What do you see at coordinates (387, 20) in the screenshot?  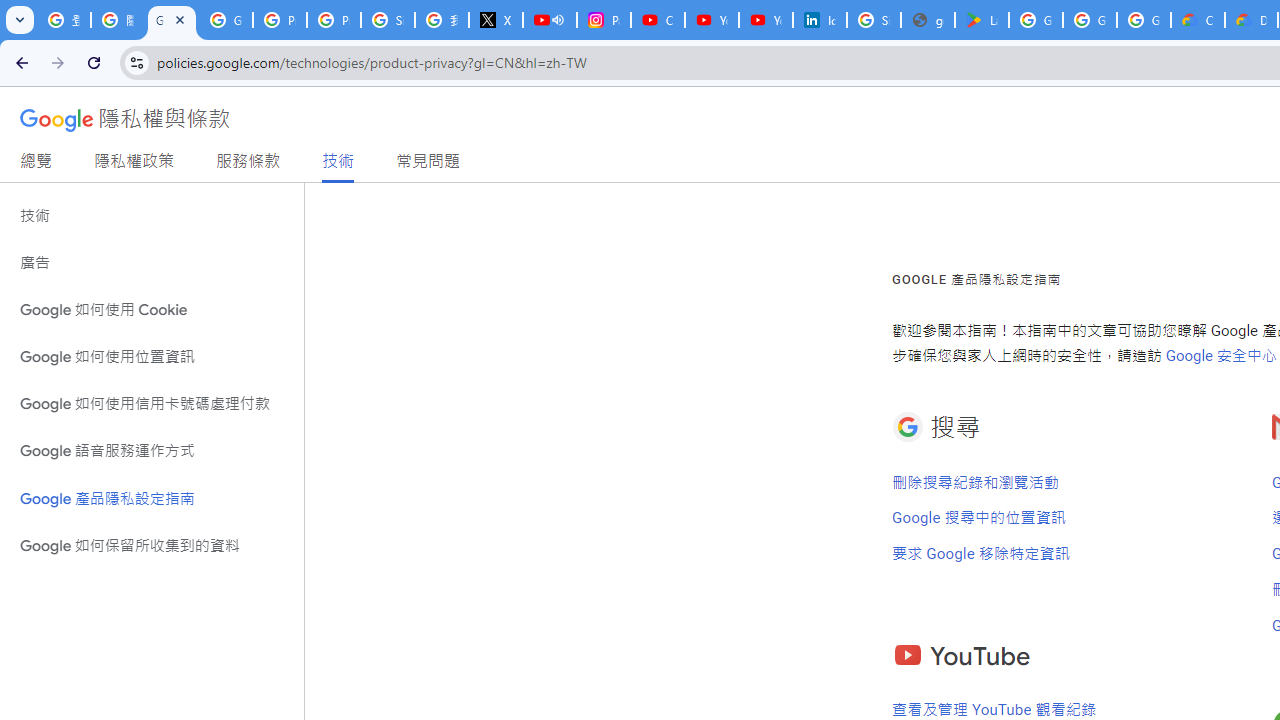 I see `'Sign in - Google Accounts'` at bounding box center [387, 20].